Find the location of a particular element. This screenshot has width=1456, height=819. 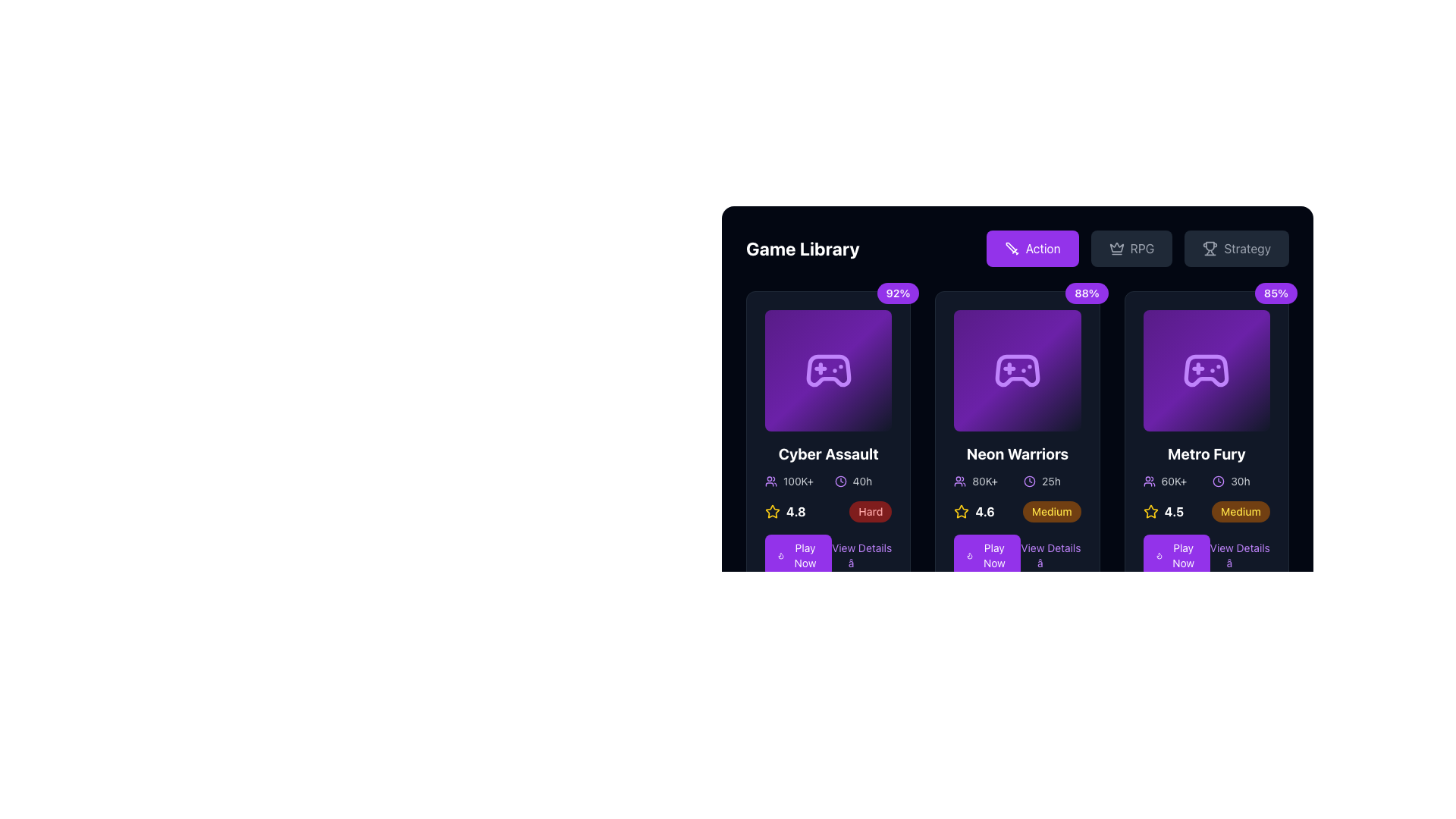

the yellow outline-shaped five-pointed star icon located below the 'Neon Warriors' game card in the rating section is located at coordinates (1150, 511).